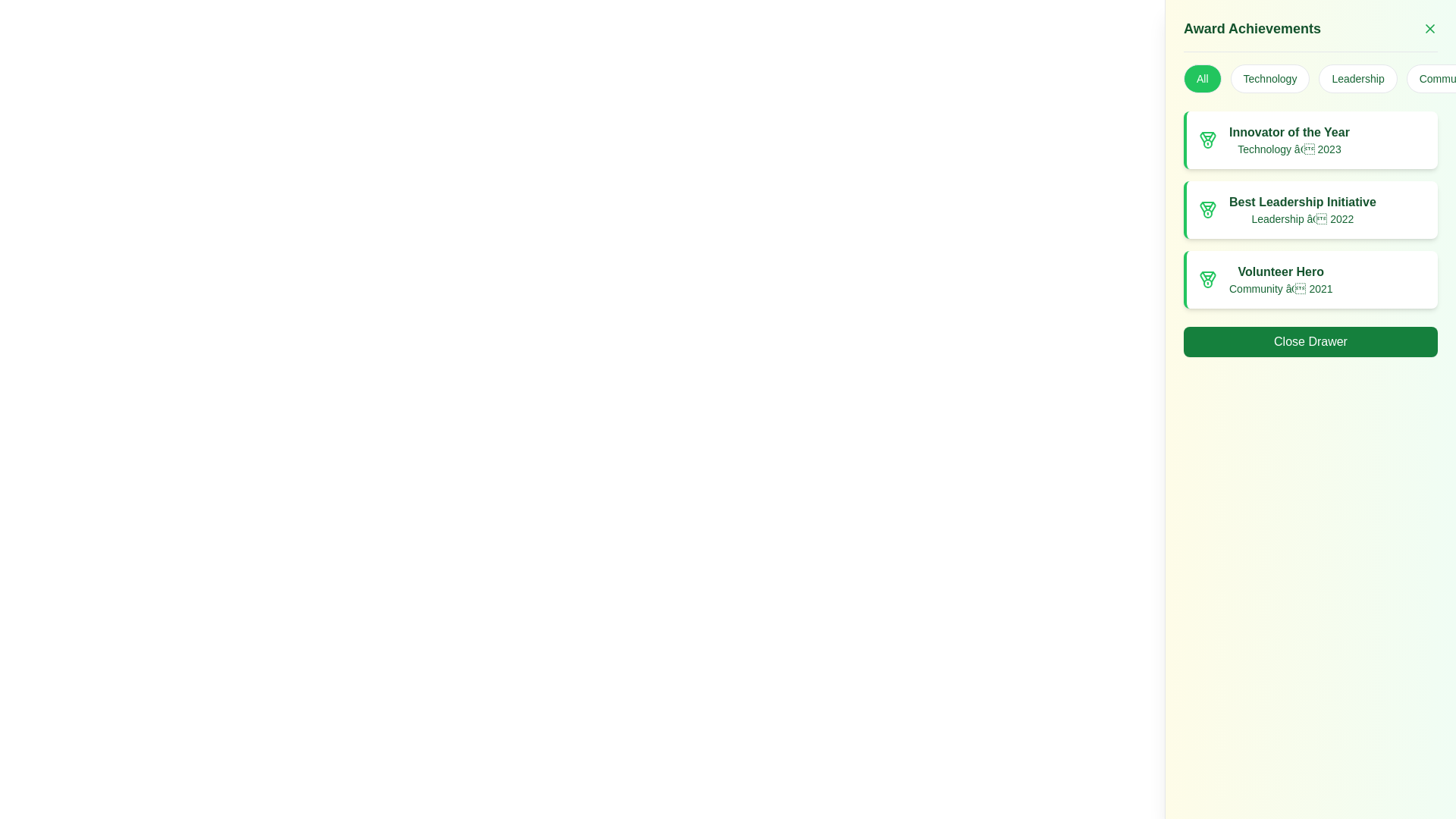  I want to click on the Close Button Icon, which is a small 'X' shaped icon located in the top-right corner next to 'Award Achievements', so click(1429, 29).